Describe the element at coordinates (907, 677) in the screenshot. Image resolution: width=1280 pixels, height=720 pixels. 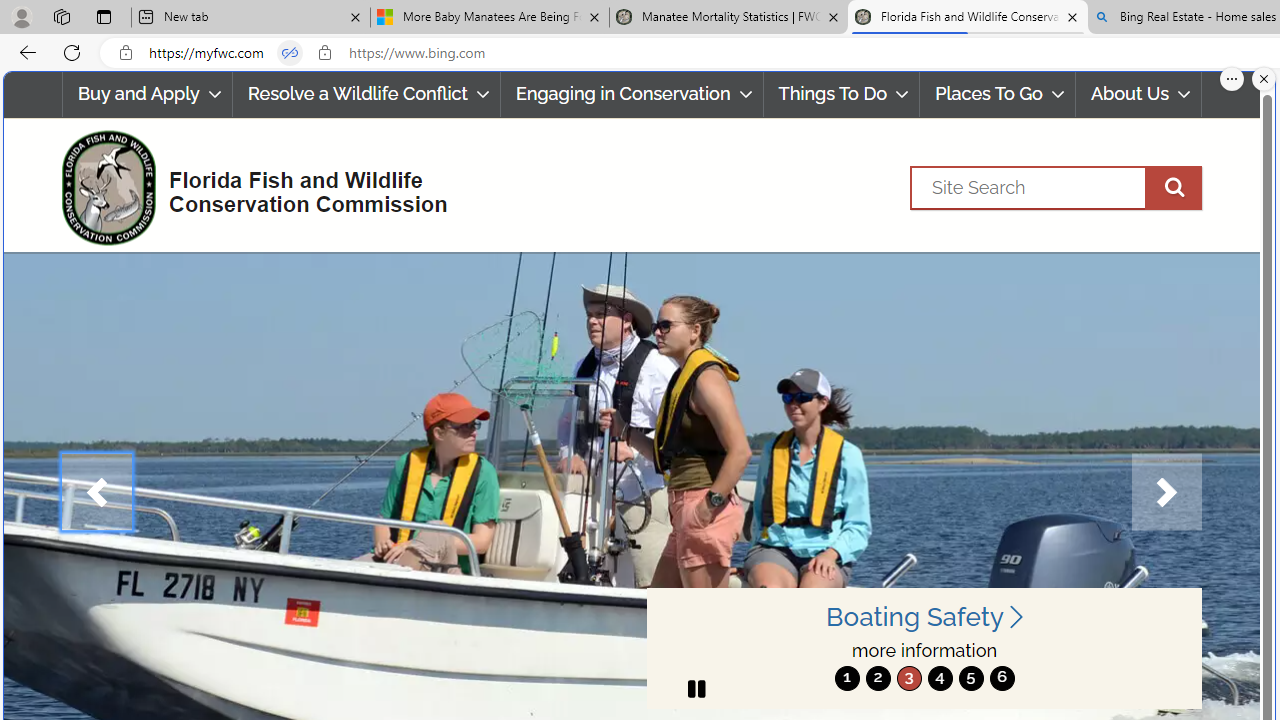
I see `'move to slide 3'` at that location.